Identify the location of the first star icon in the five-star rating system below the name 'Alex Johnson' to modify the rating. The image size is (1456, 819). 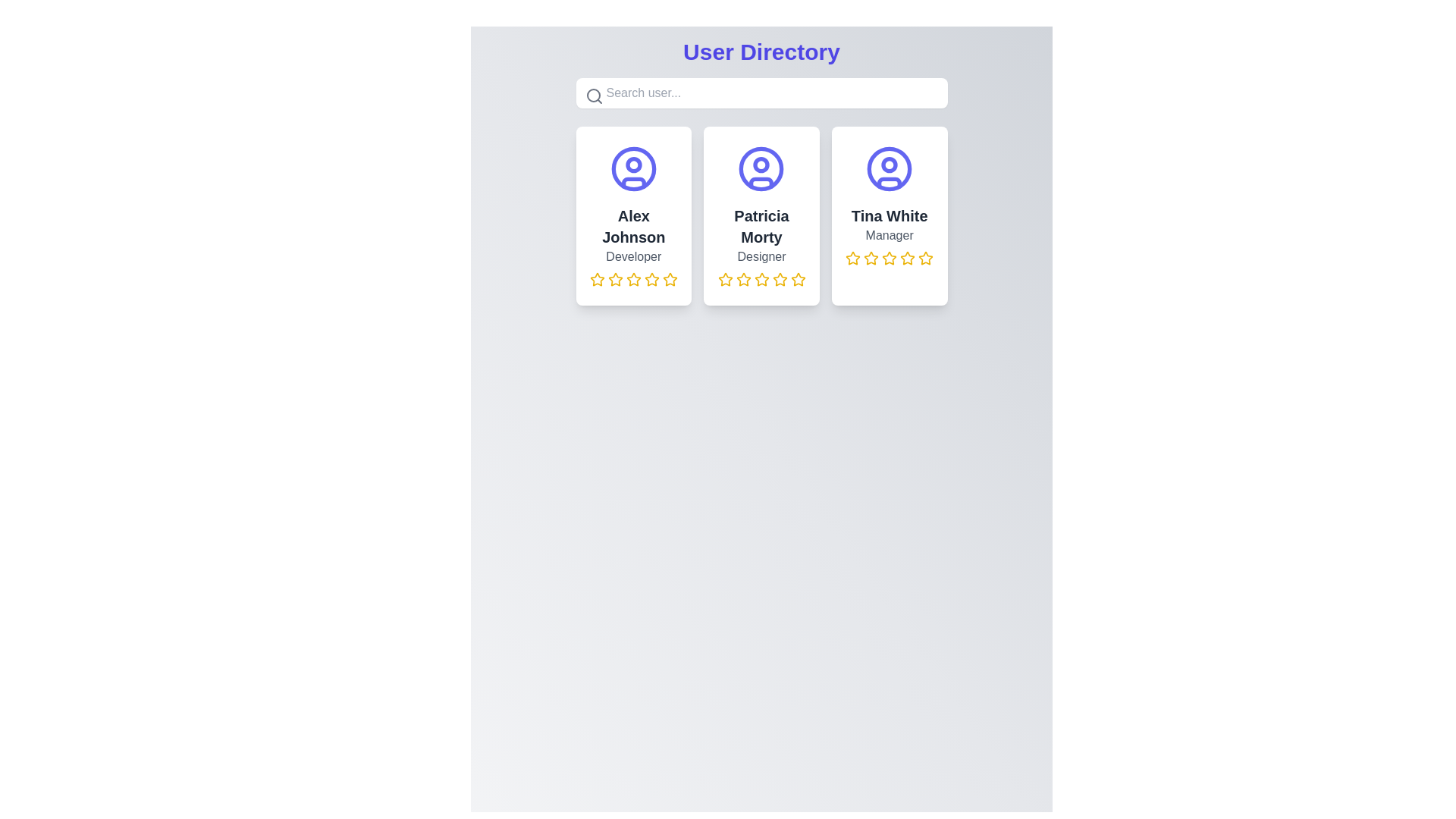
(596, 280).